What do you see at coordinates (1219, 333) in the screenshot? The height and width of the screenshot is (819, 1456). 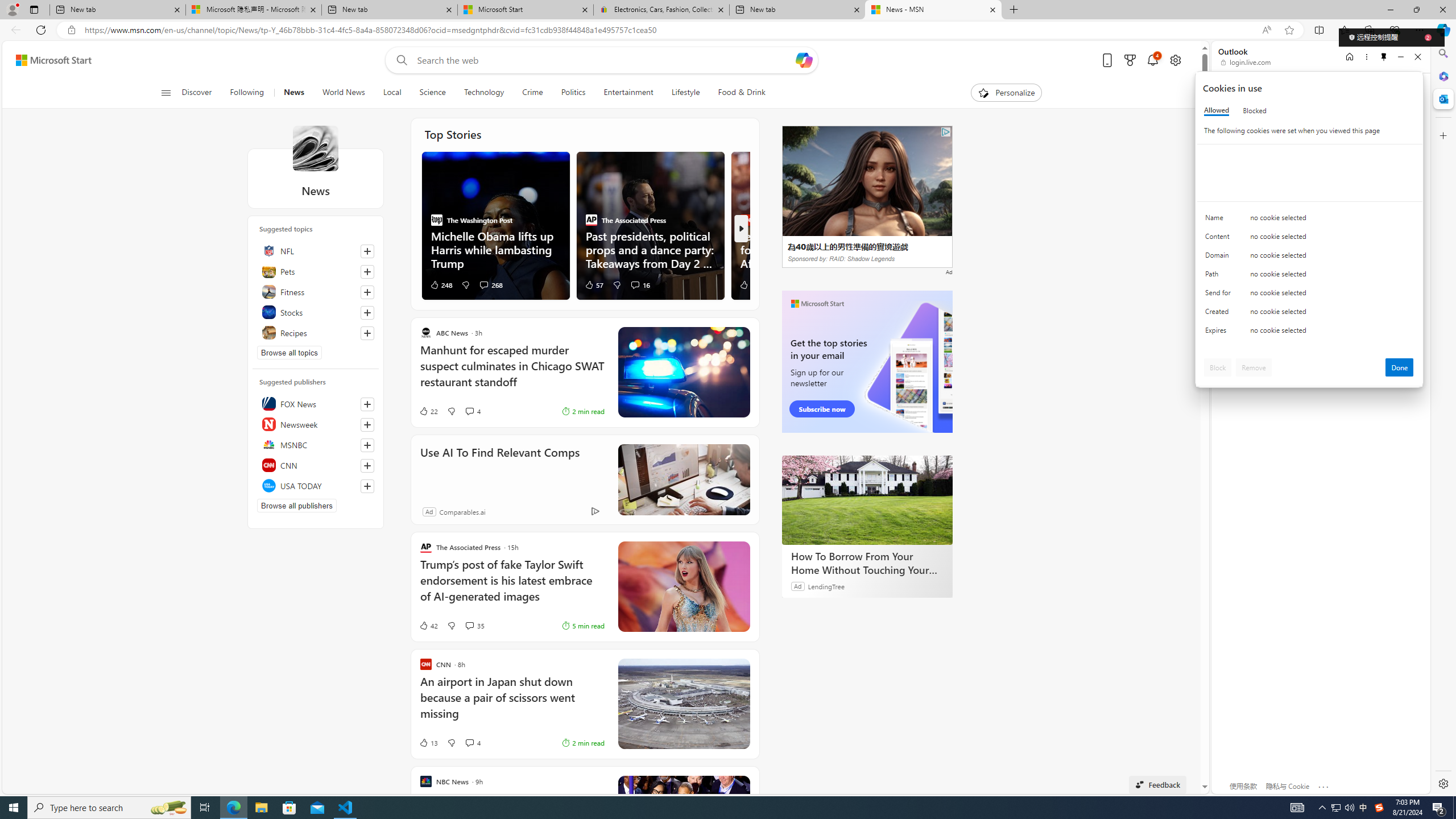 I see `'Expires'` at bounding box center [1219, 333].